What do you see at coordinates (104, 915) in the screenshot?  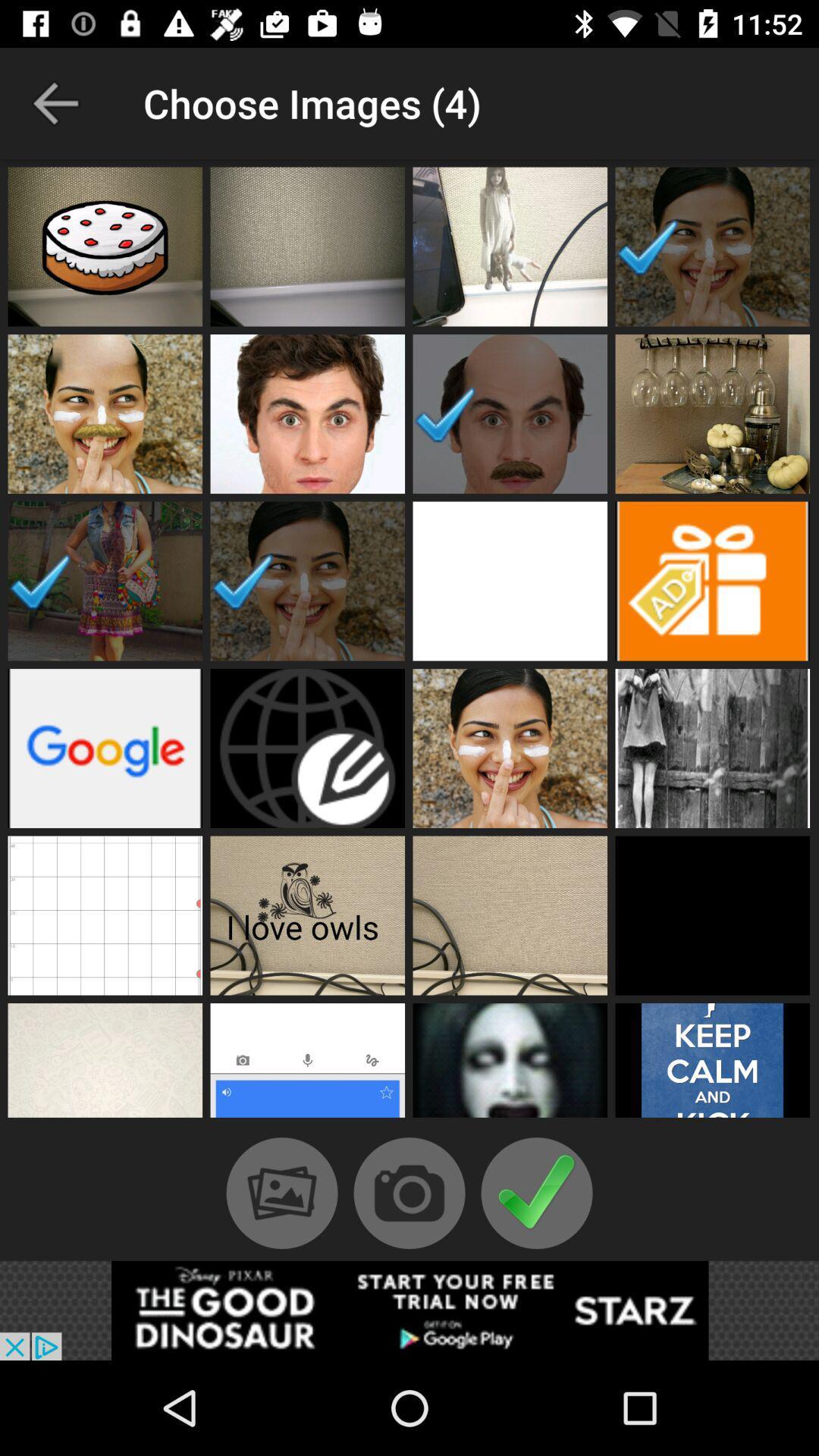 I see `this tile` at bounding box center [104, 915].